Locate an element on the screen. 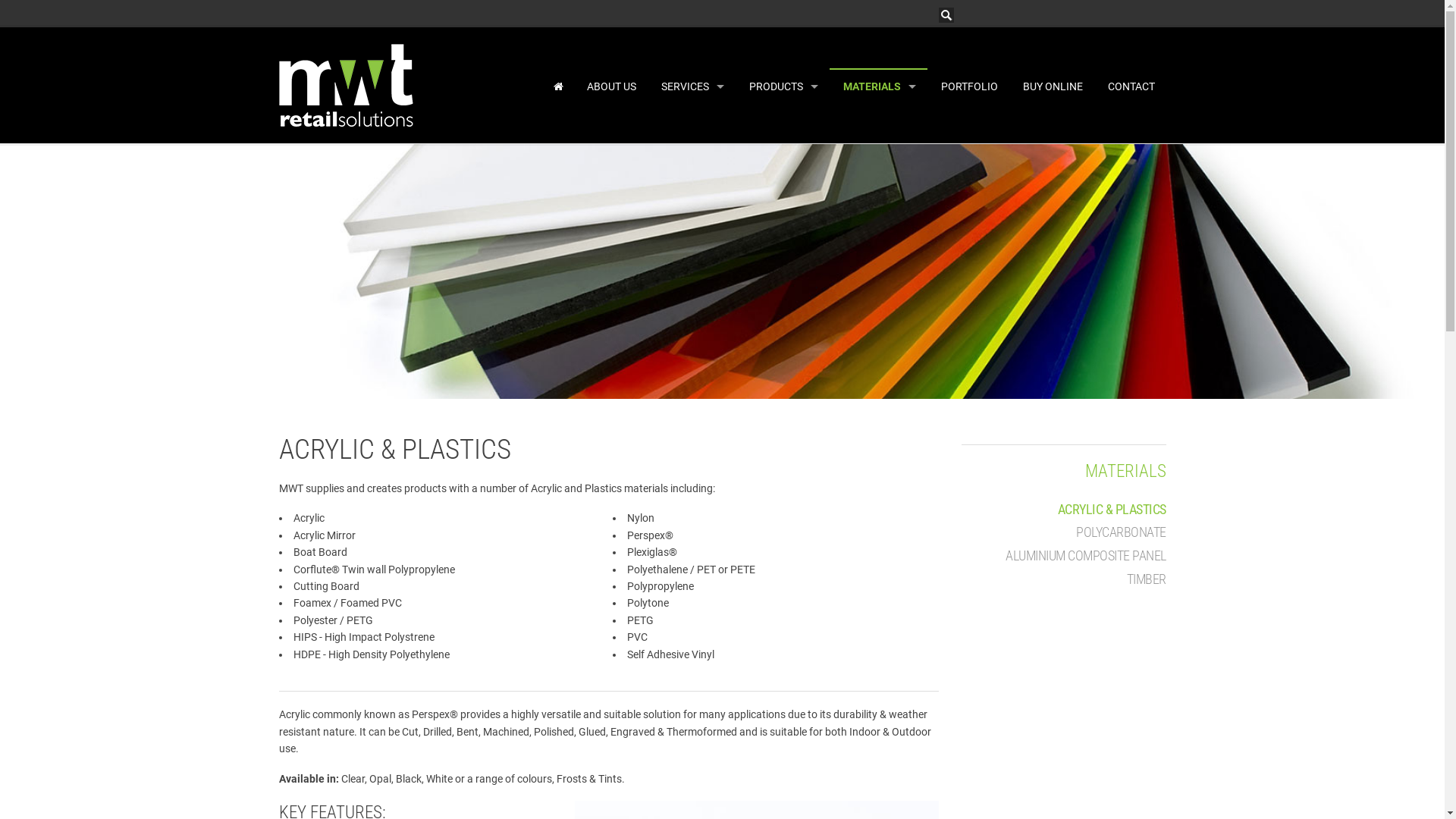  'PRODUCTS' is located at coordinates (783, 86).